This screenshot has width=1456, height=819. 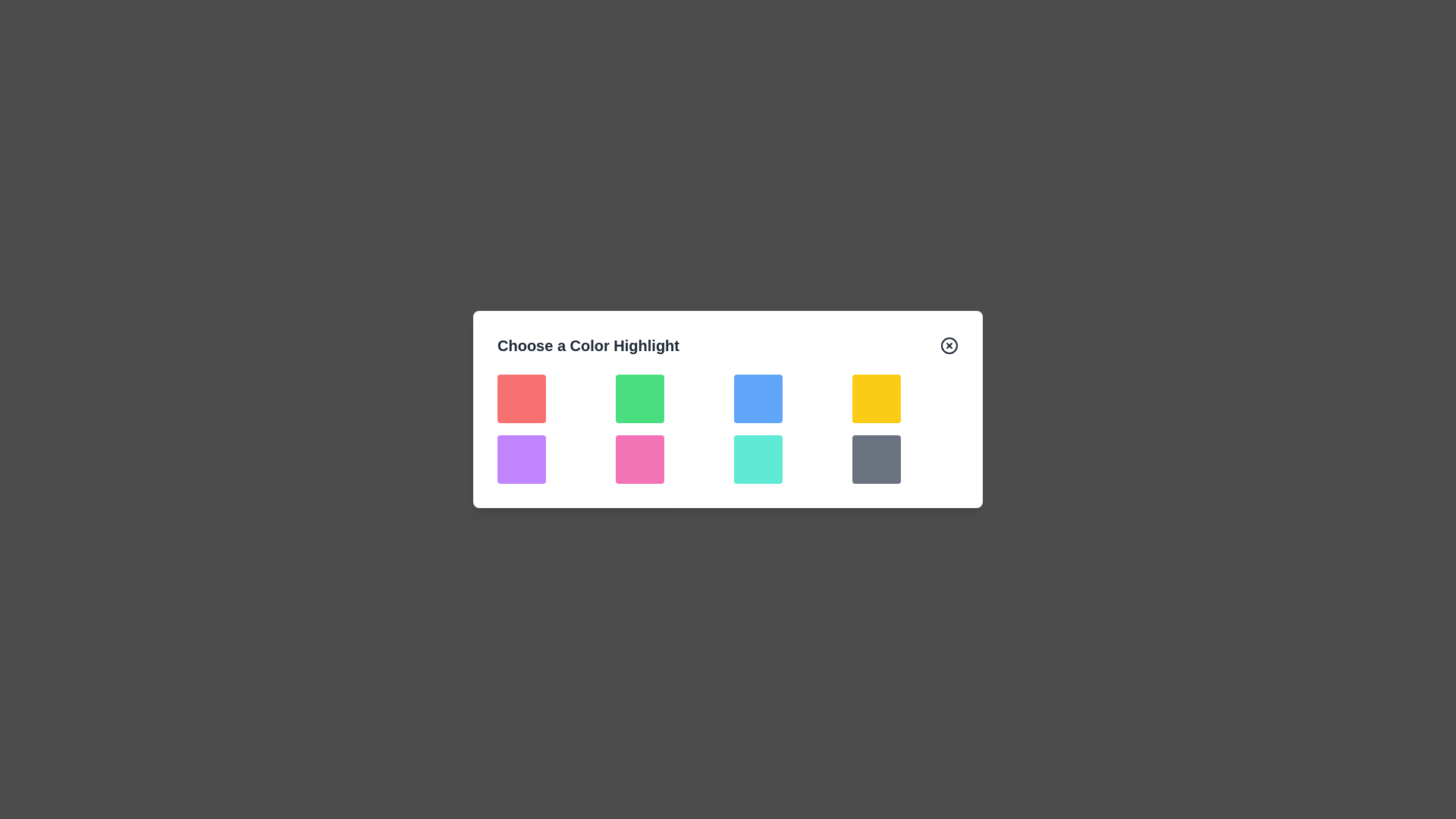 What do you see at coordinates (521, 458) in the screenshot?
I see `the color block corresponding to purple` at bounding box center [521, 458].